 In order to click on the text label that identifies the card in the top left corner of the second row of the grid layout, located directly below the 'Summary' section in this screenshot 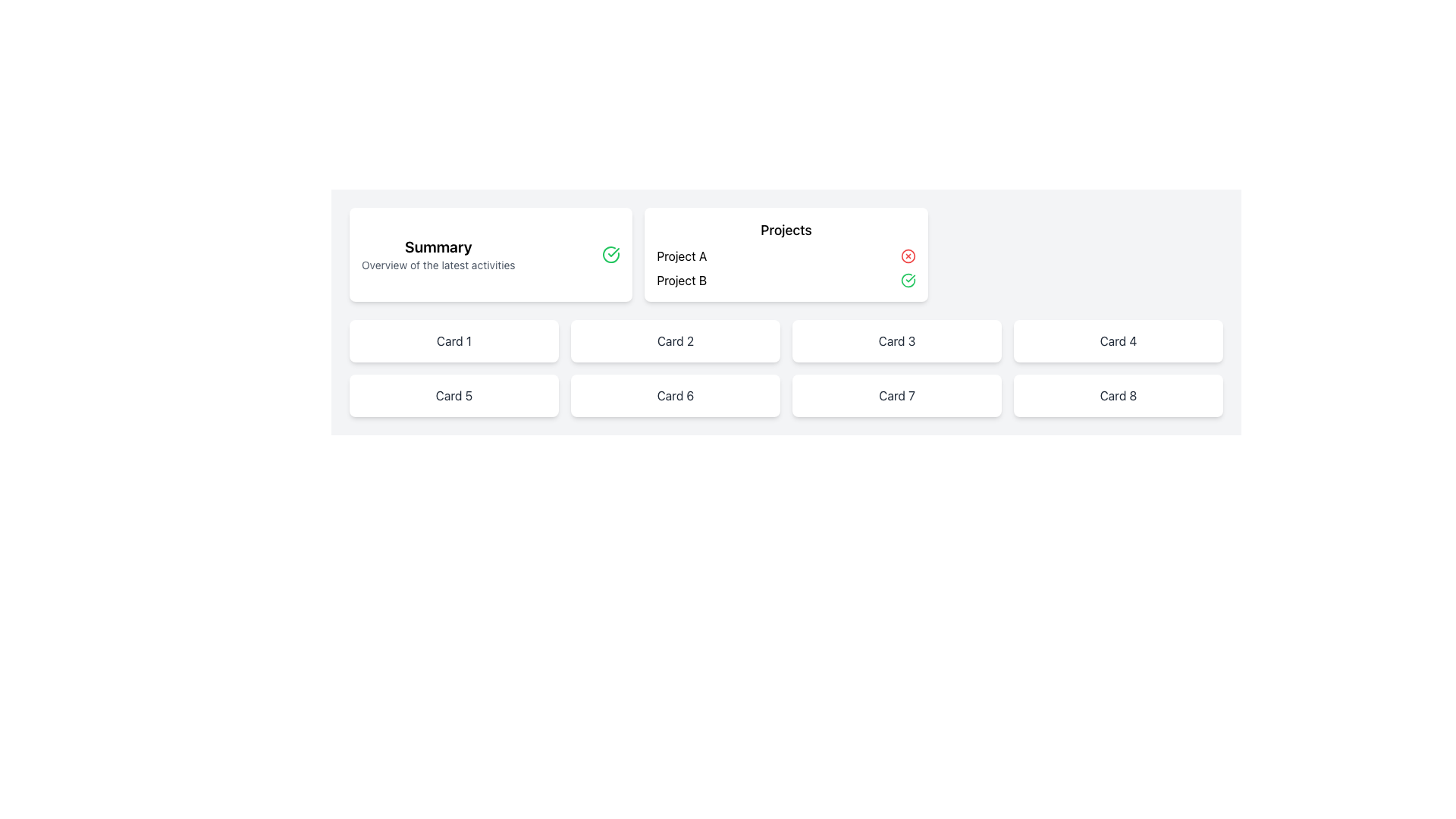, I will do `click(453, 341)`.